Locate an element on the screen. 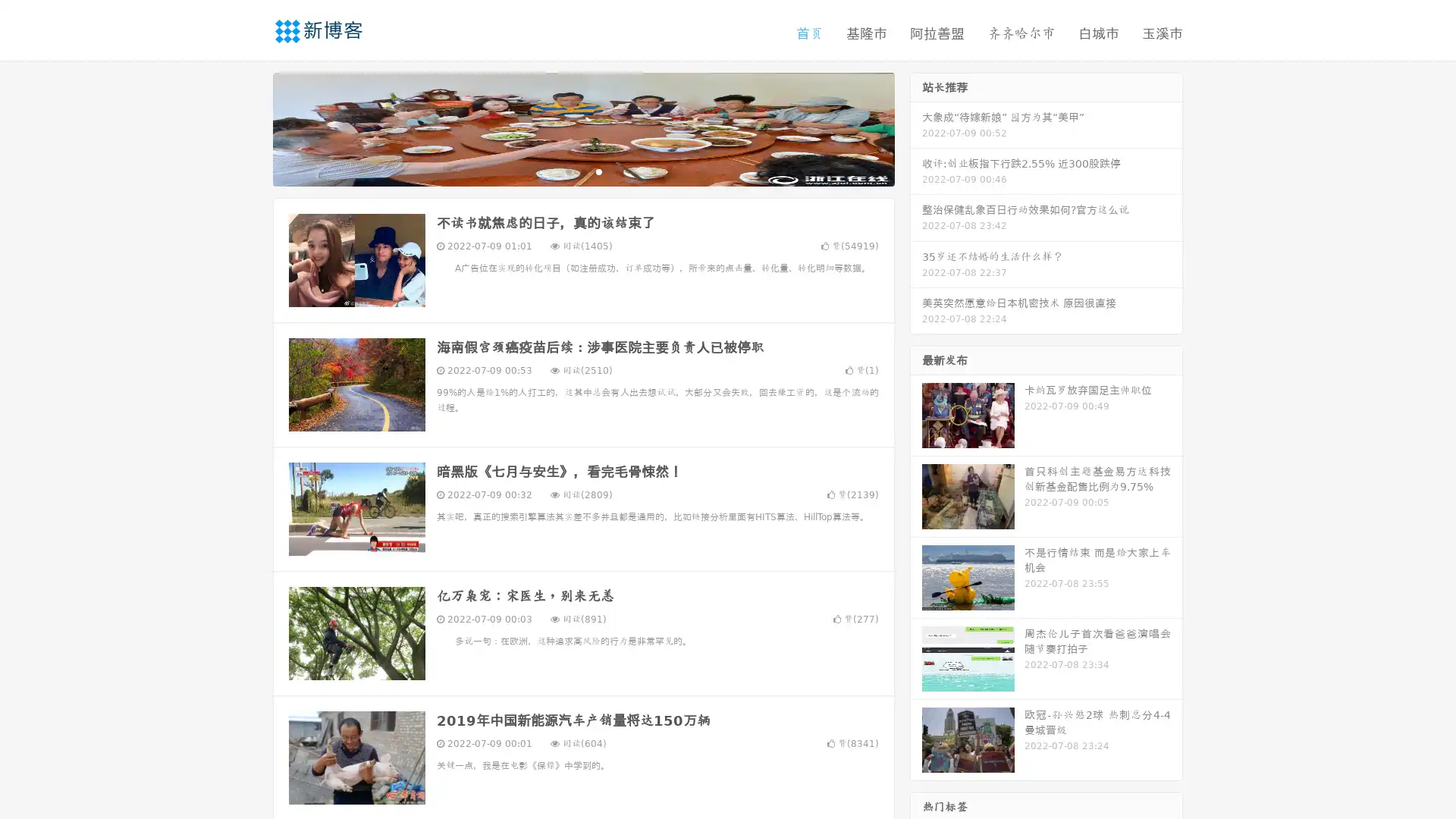 The height and width of the screenshot is (819, 1456). Go to slide 1 is located at coordinates (567, 171).